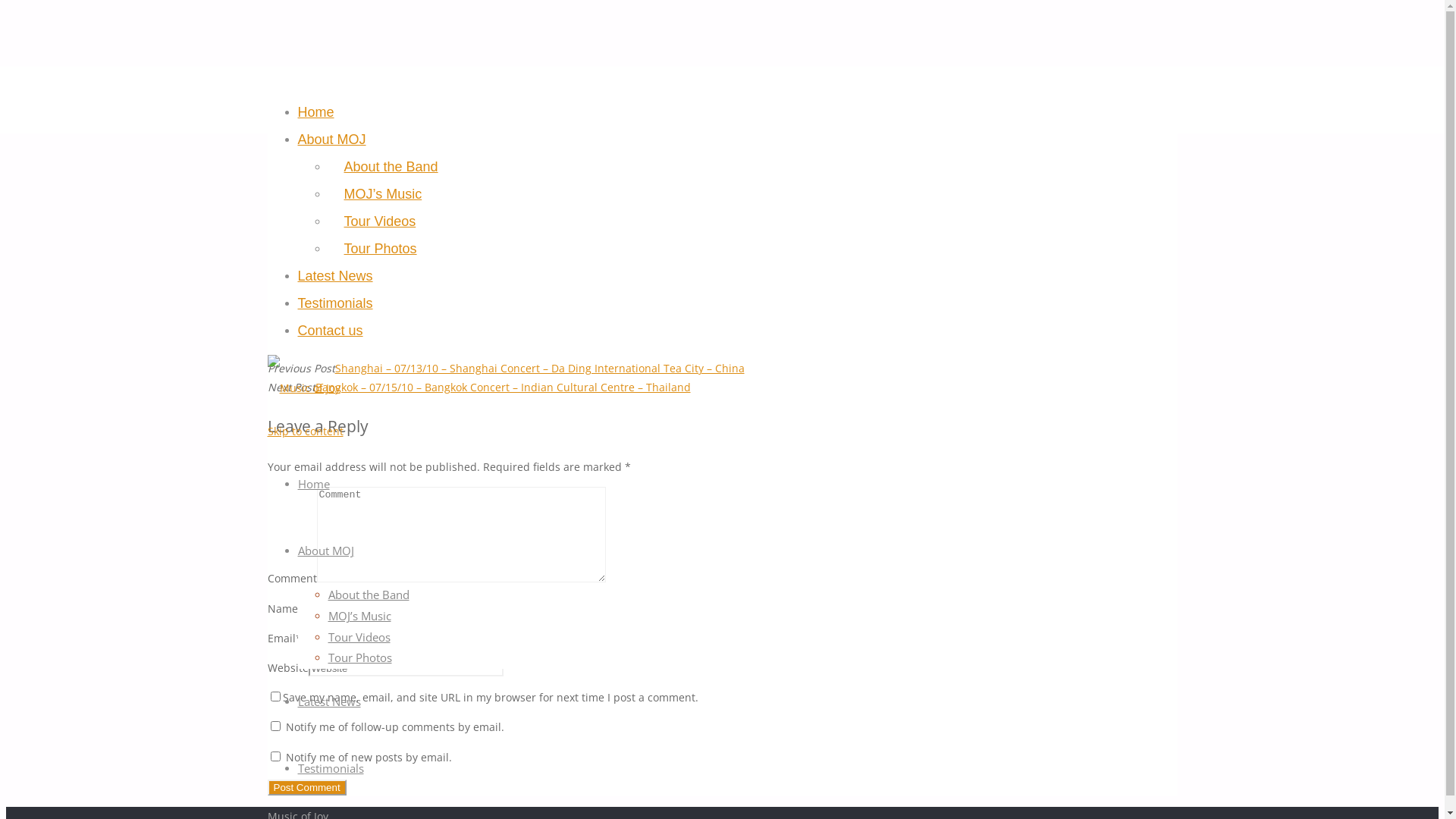  I want to click on 'Home', so click(297, 111).